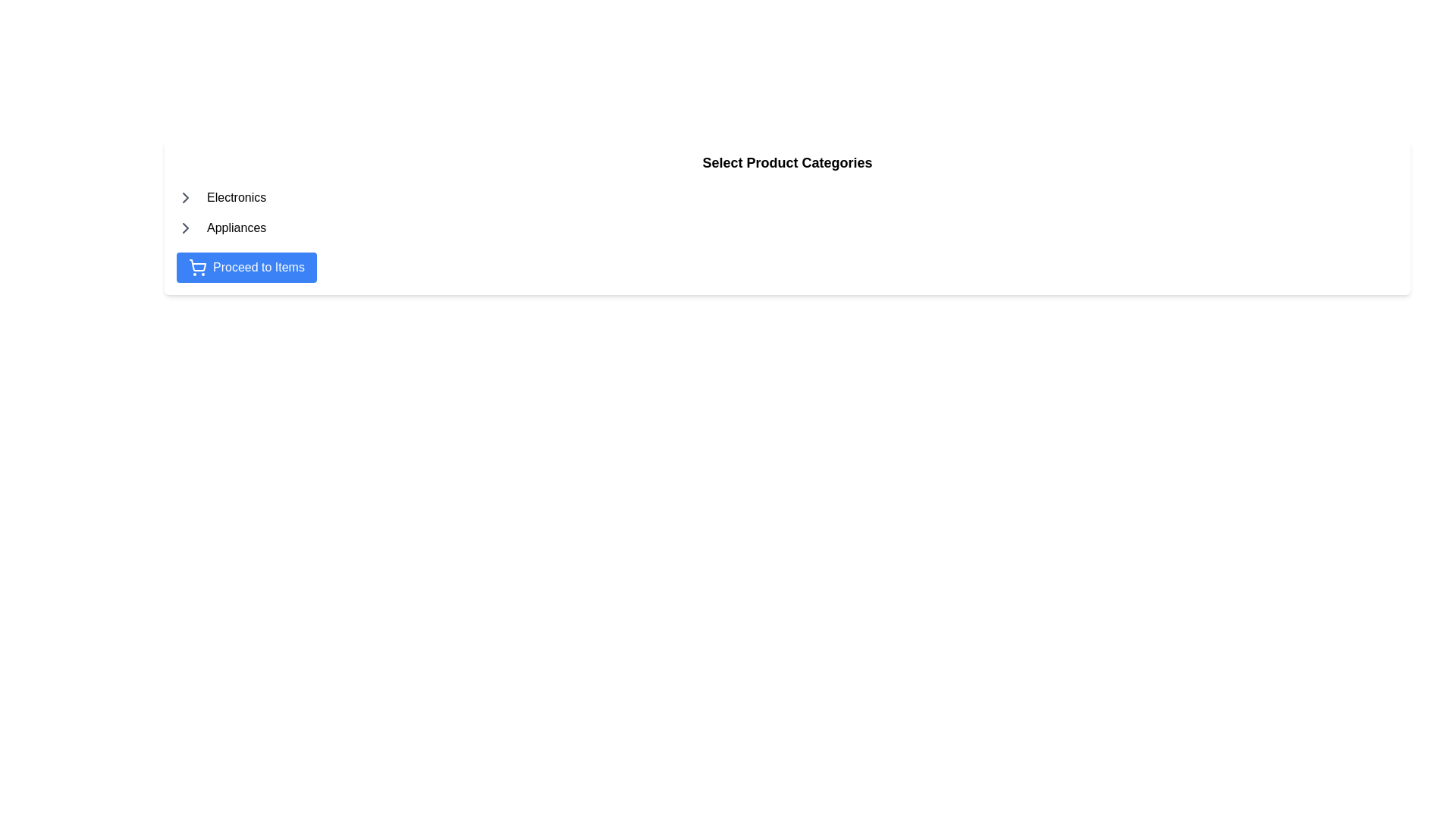  What do you see at coordinates (196, 267) in the screenshot?
I see `the shopping cart icon located to the left of the 'Proceed to Items' button with a blue background and white text` at bounding box center [196, 267].